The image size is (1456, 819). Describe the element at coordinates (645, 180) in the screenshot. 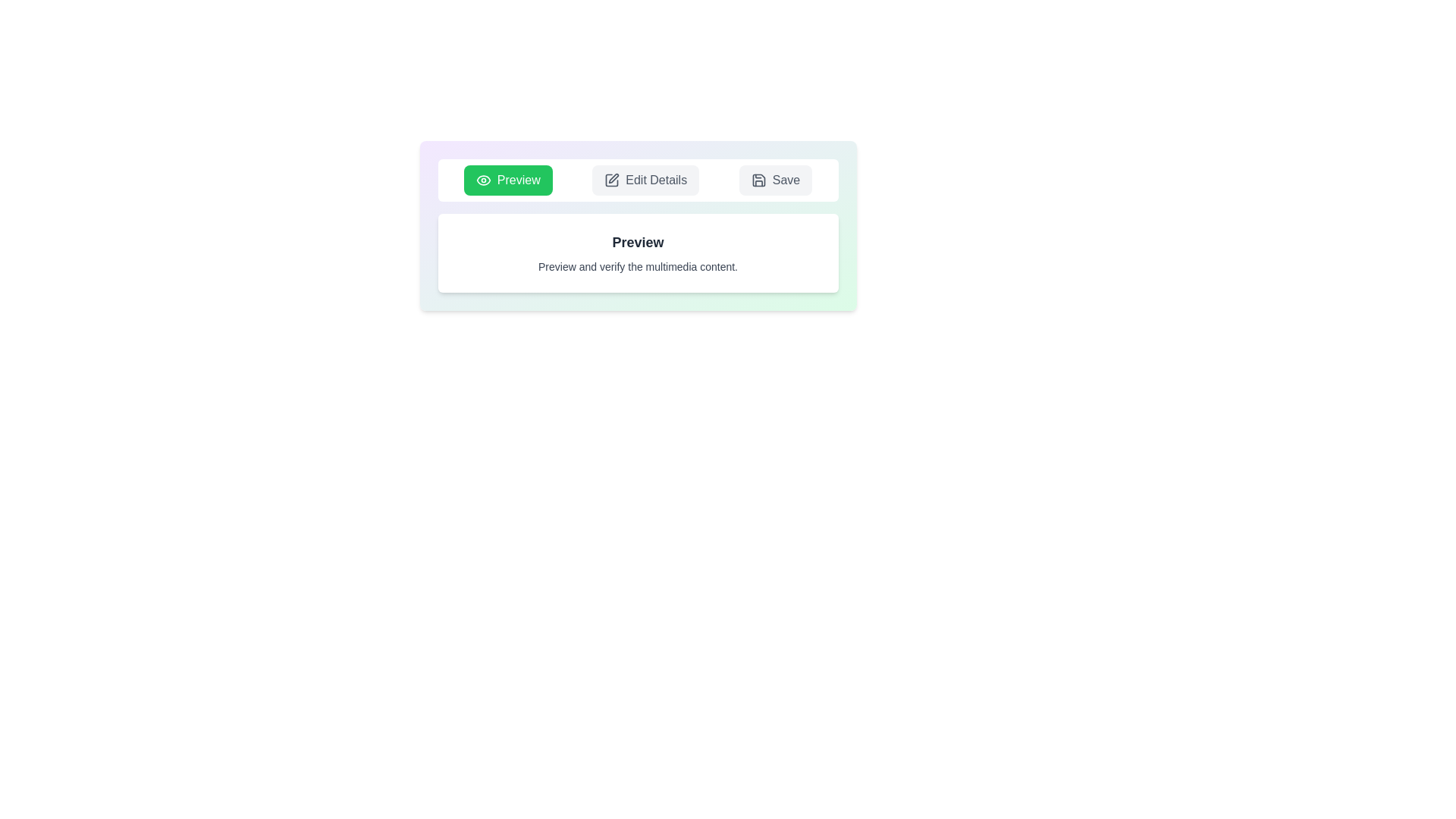

I see `the tab corresponding to Edit Details` at that location.